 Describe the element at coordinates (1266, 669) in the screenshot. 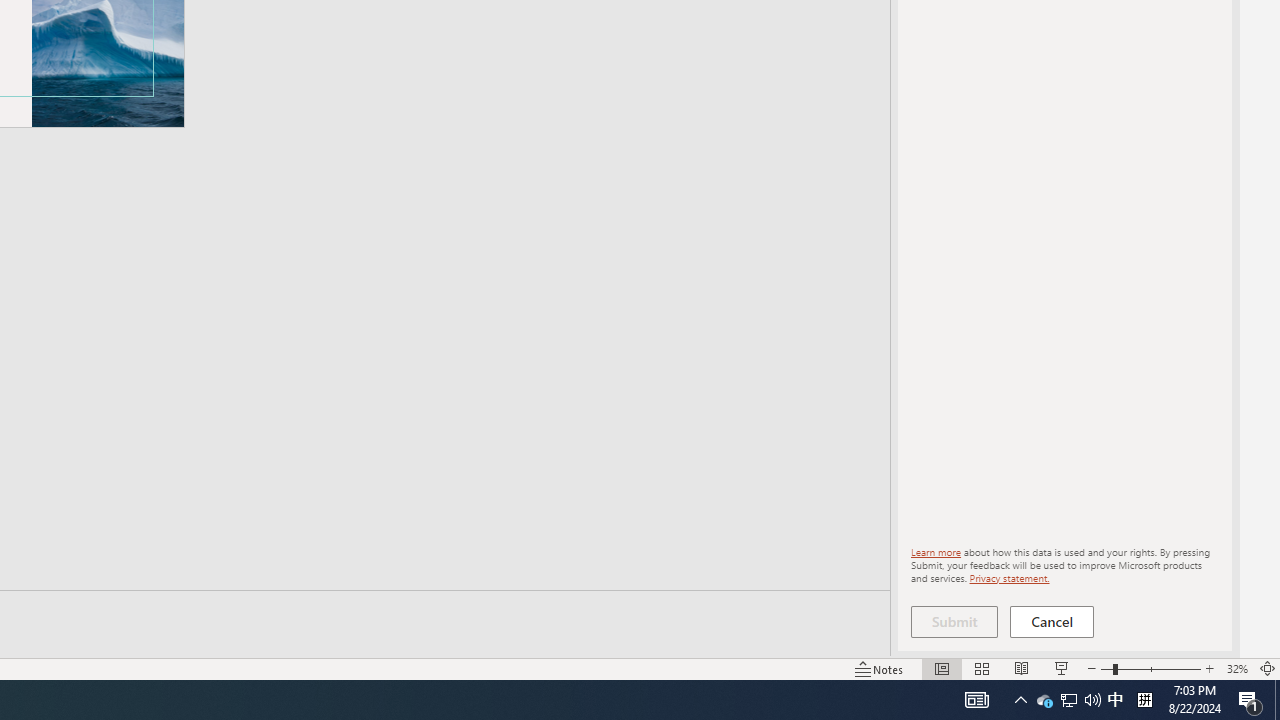

I see `'Zoom to Fit '` at that location.